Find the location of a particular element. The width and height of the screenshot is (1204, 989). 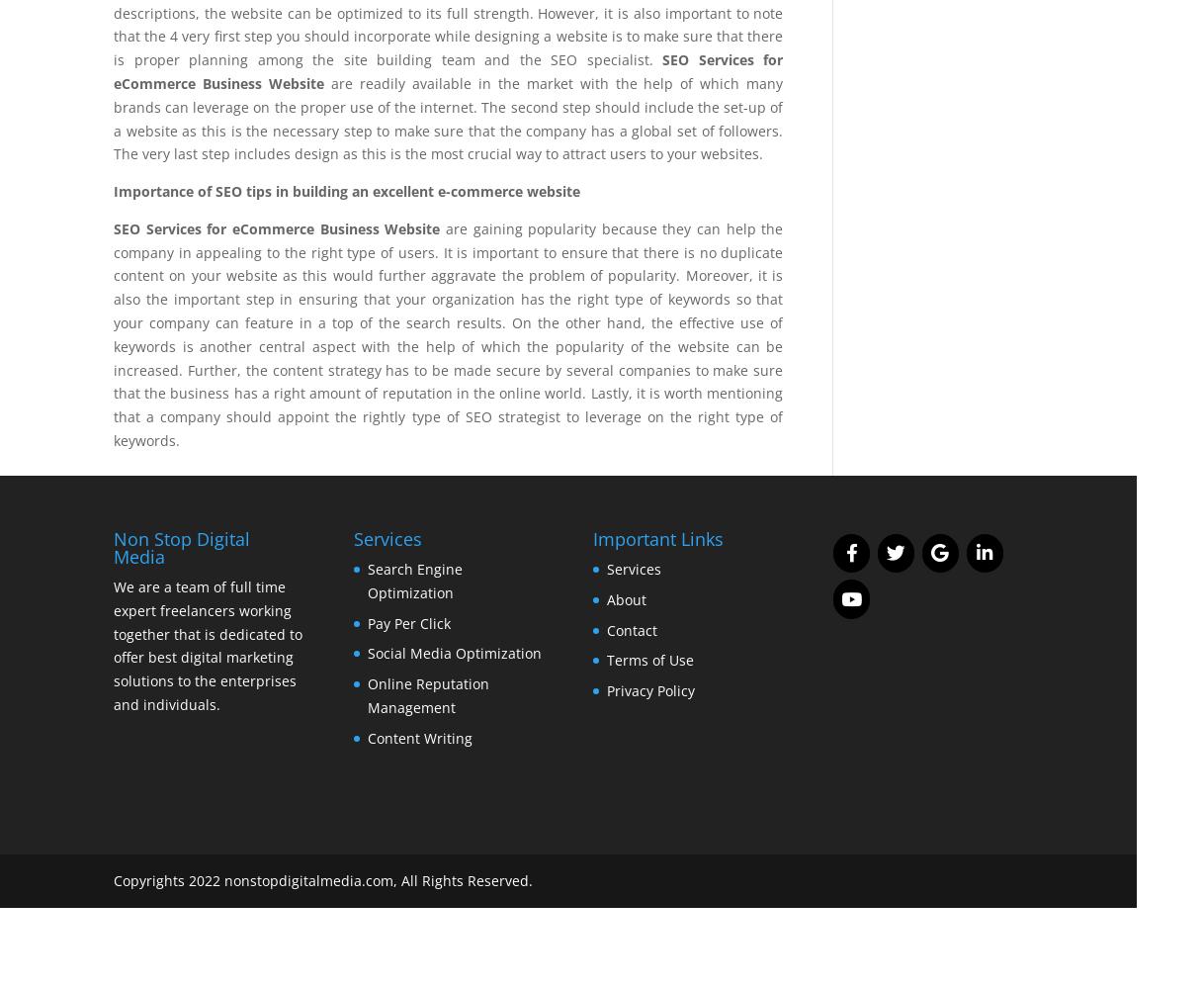

'Content Writing' is located at coordinates (417, 736).